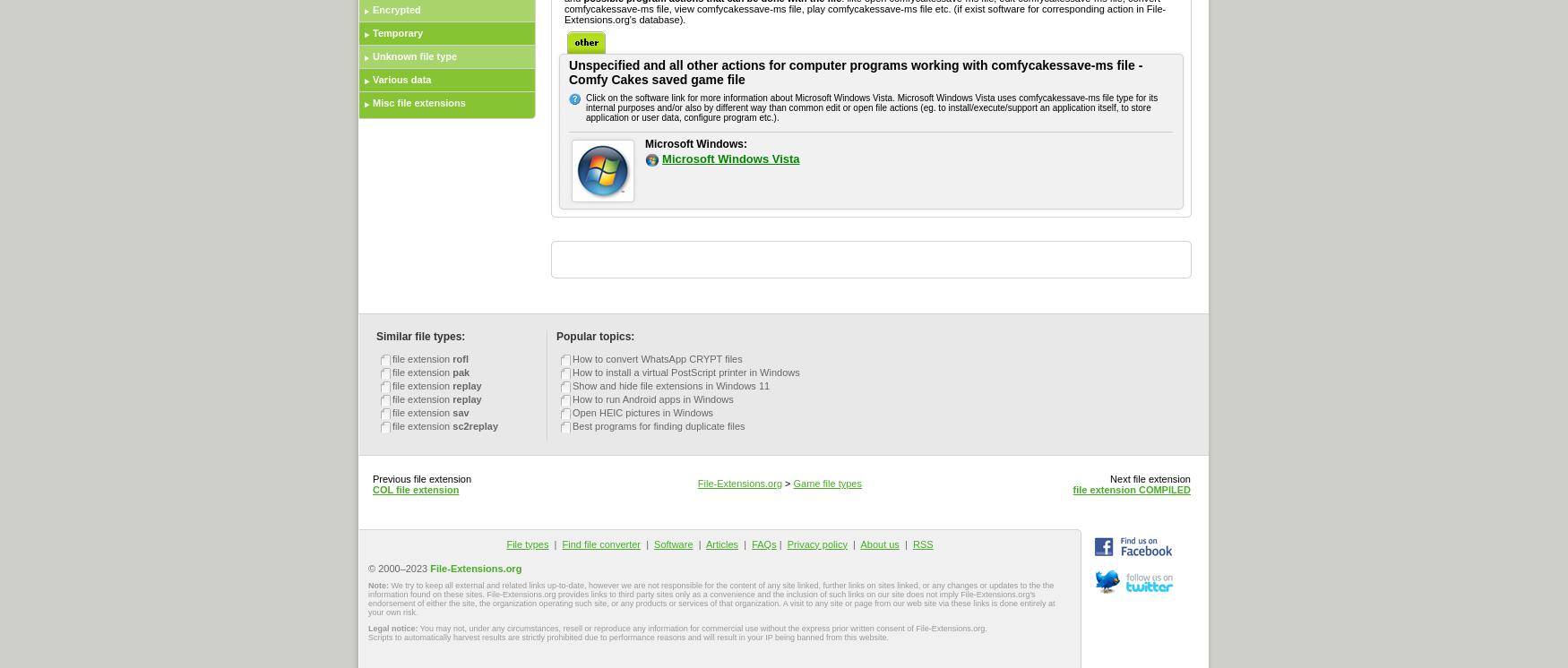 Image resolution: width=1568 pixels, height=668 pixels. I want to click on 'Articles', so click(721, 544).